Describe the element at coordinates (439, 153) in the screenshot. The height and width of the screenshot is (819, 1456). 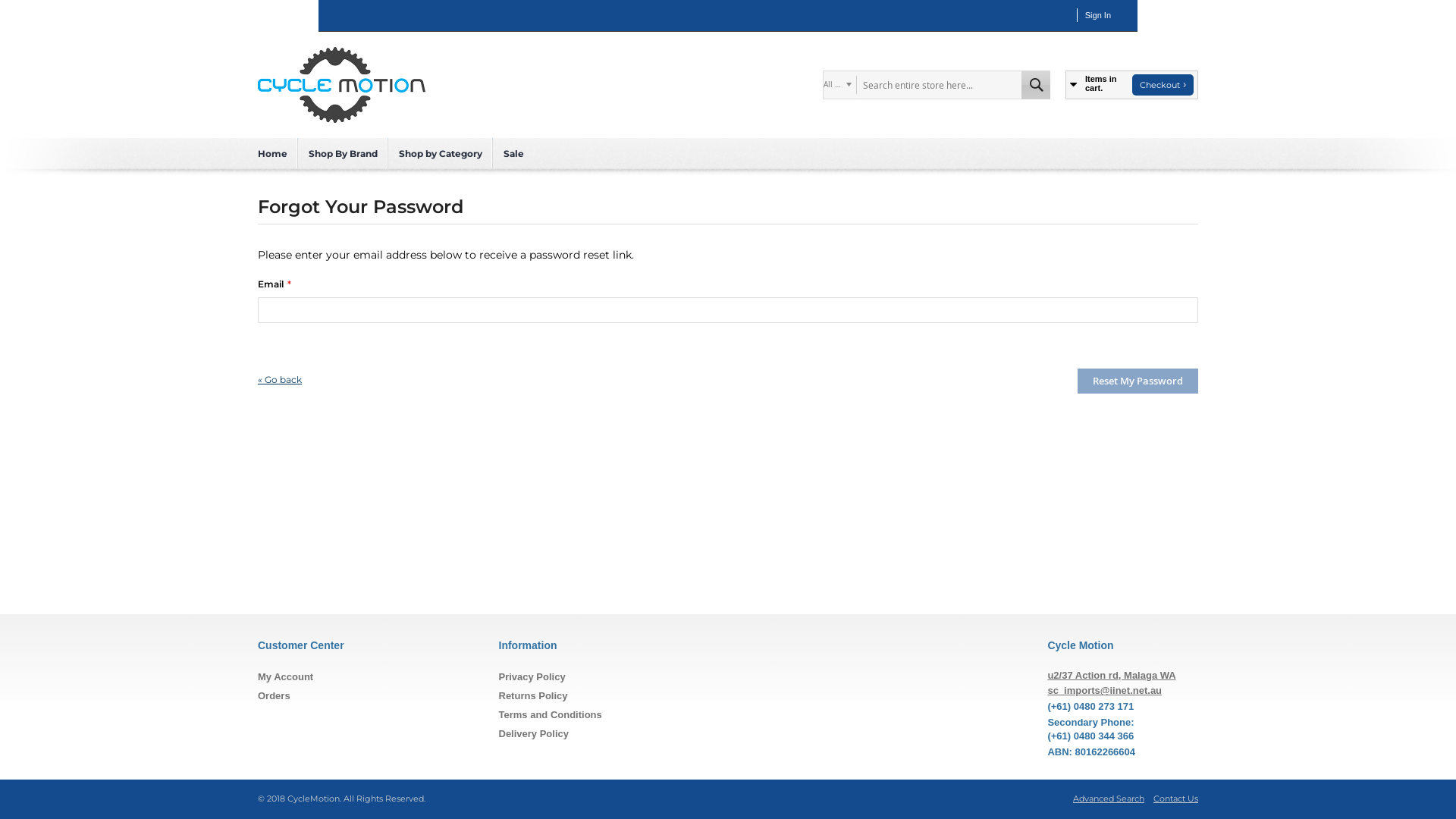
I see `'Shop by Category'` at that location.